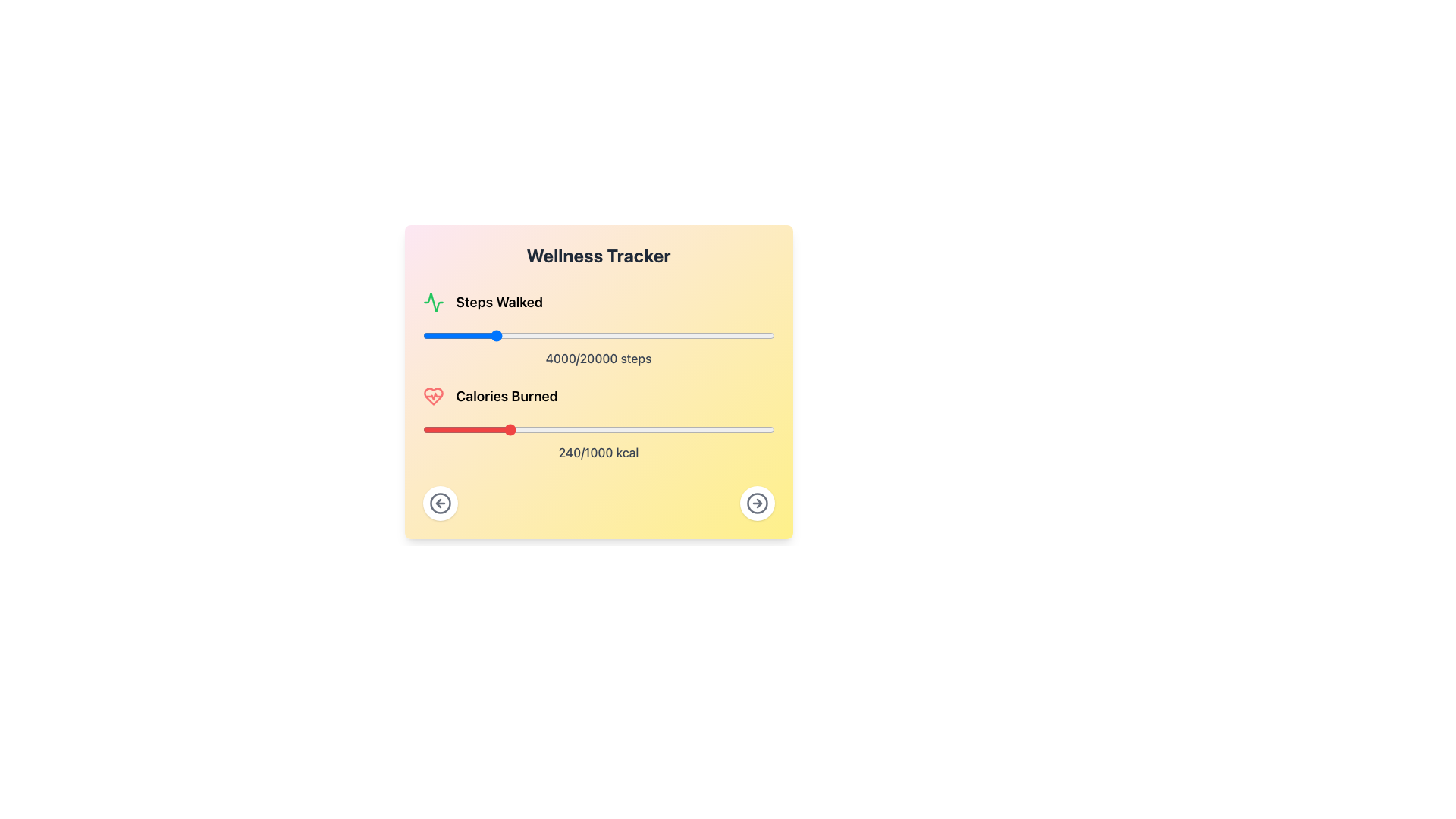 This screenshot has height=819, width=1456. What do you see at coordinates (432, 396) in the screenshot?
I see `the heart-shaped icon with a central pulse line, styled in red, located on the 'Wellness Tracker' card interface, in front of the 'Calories Burned' label` at bounding box center [432, 396].